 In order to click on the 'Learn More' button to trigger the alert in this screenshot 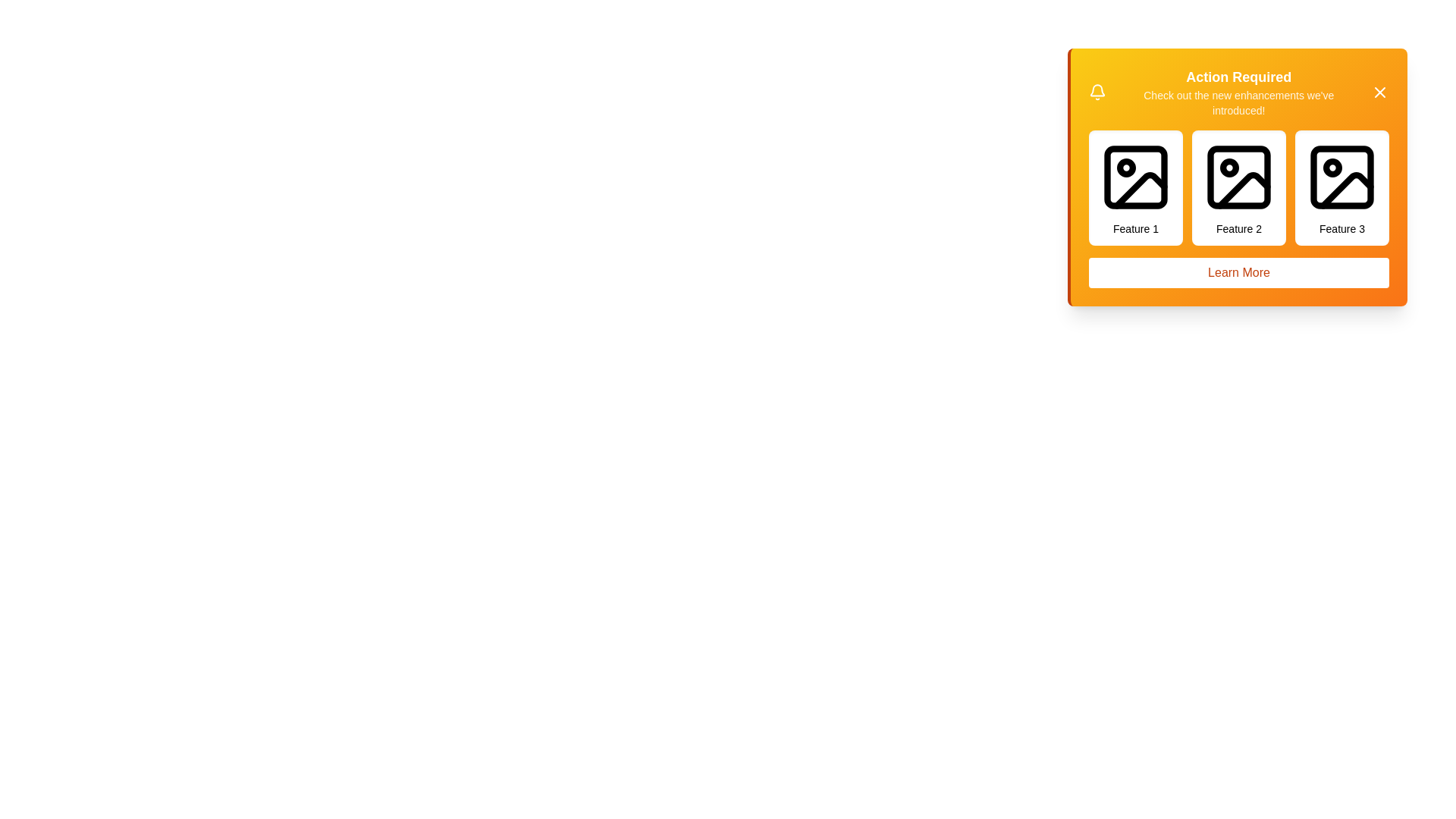, I will do `click(1238, 271)`.